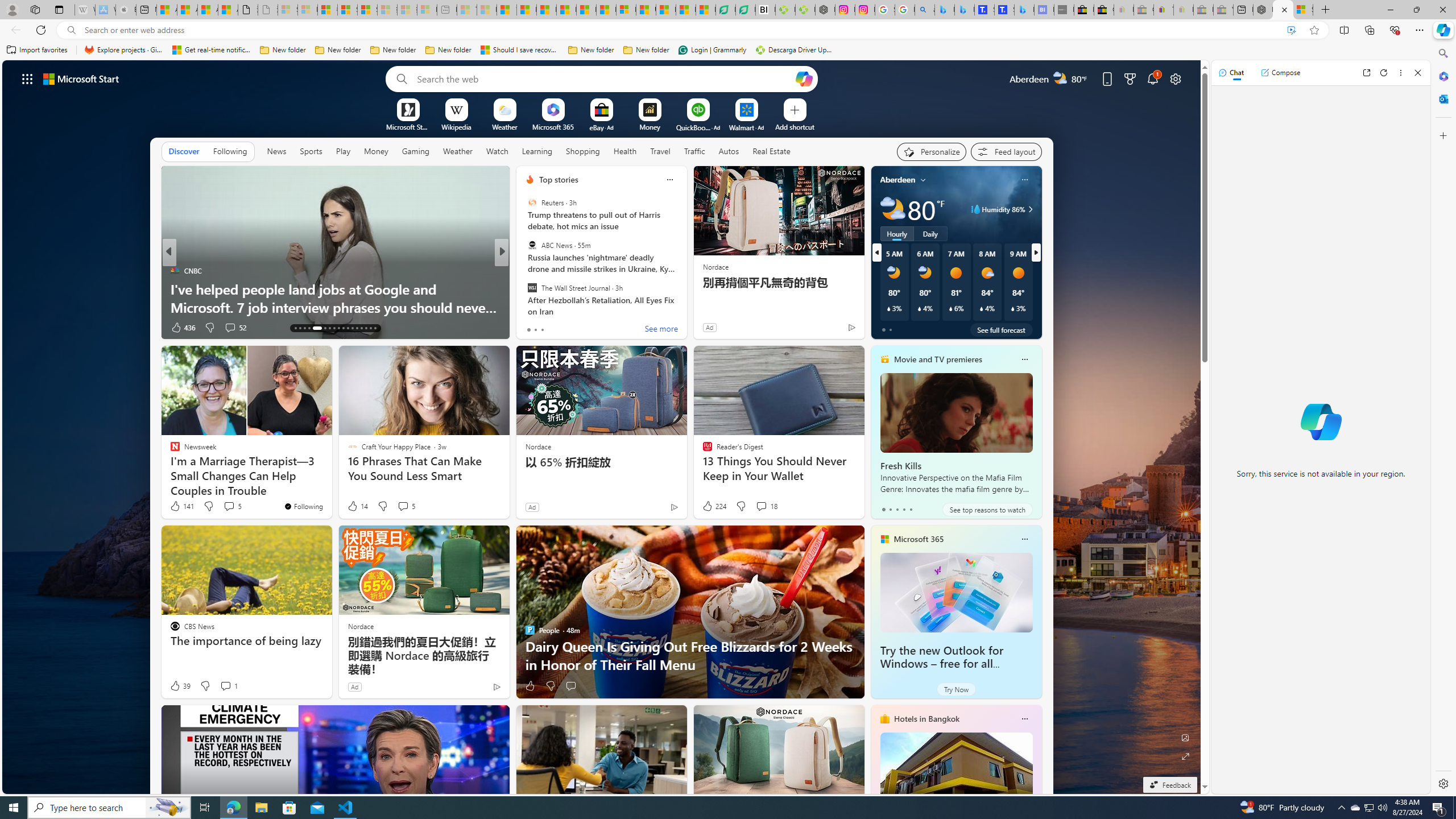 The image size is (1456, 819). Describe the element at coordinates (1001, 329) in the screenshot. I see `'See full forecast'` at that location.